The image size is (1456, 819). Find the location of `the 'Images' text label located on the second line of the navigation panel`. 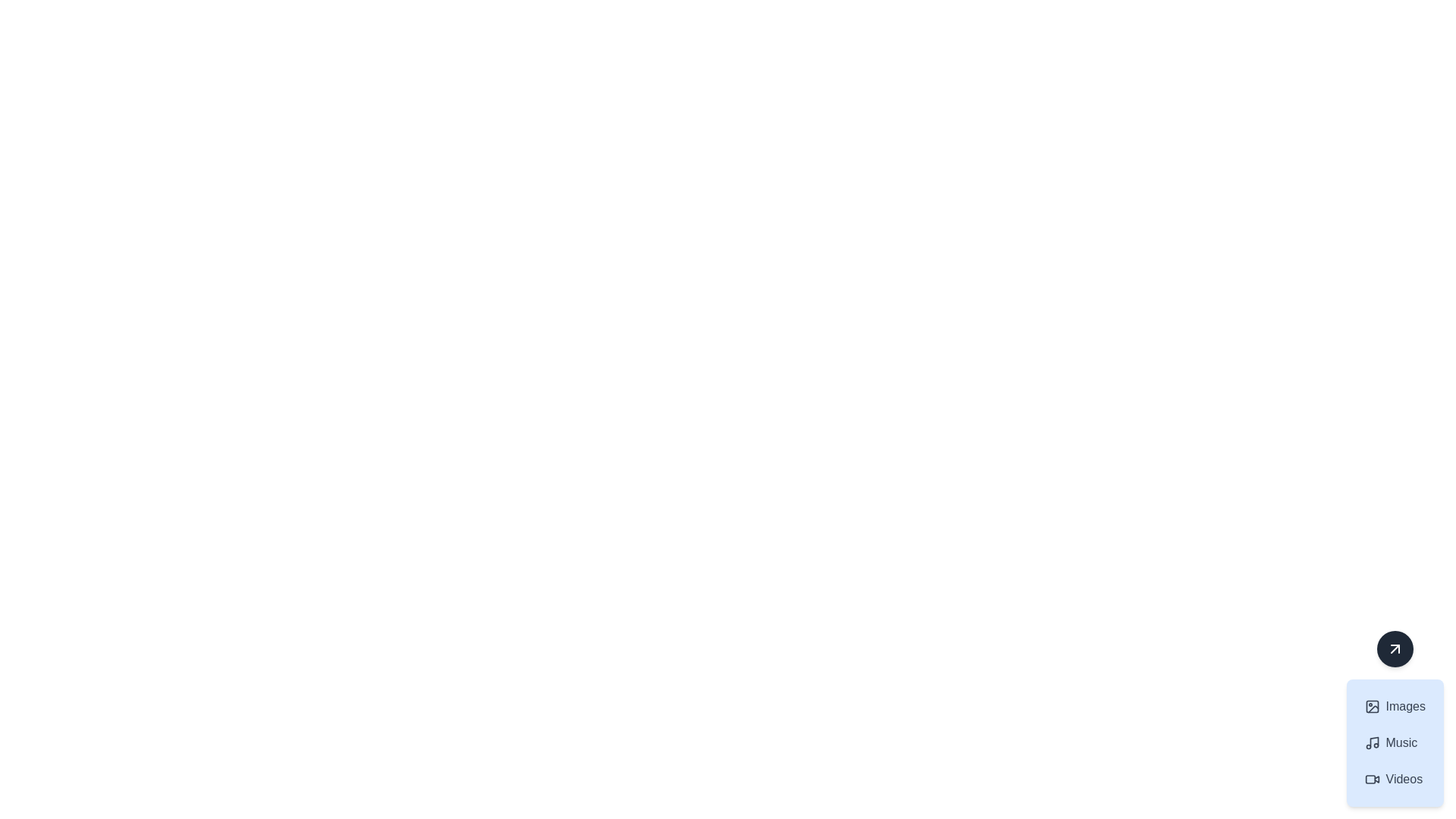

the 'Images' text label located on the second line of the navigation panel is located at coordinates (1404, 707).